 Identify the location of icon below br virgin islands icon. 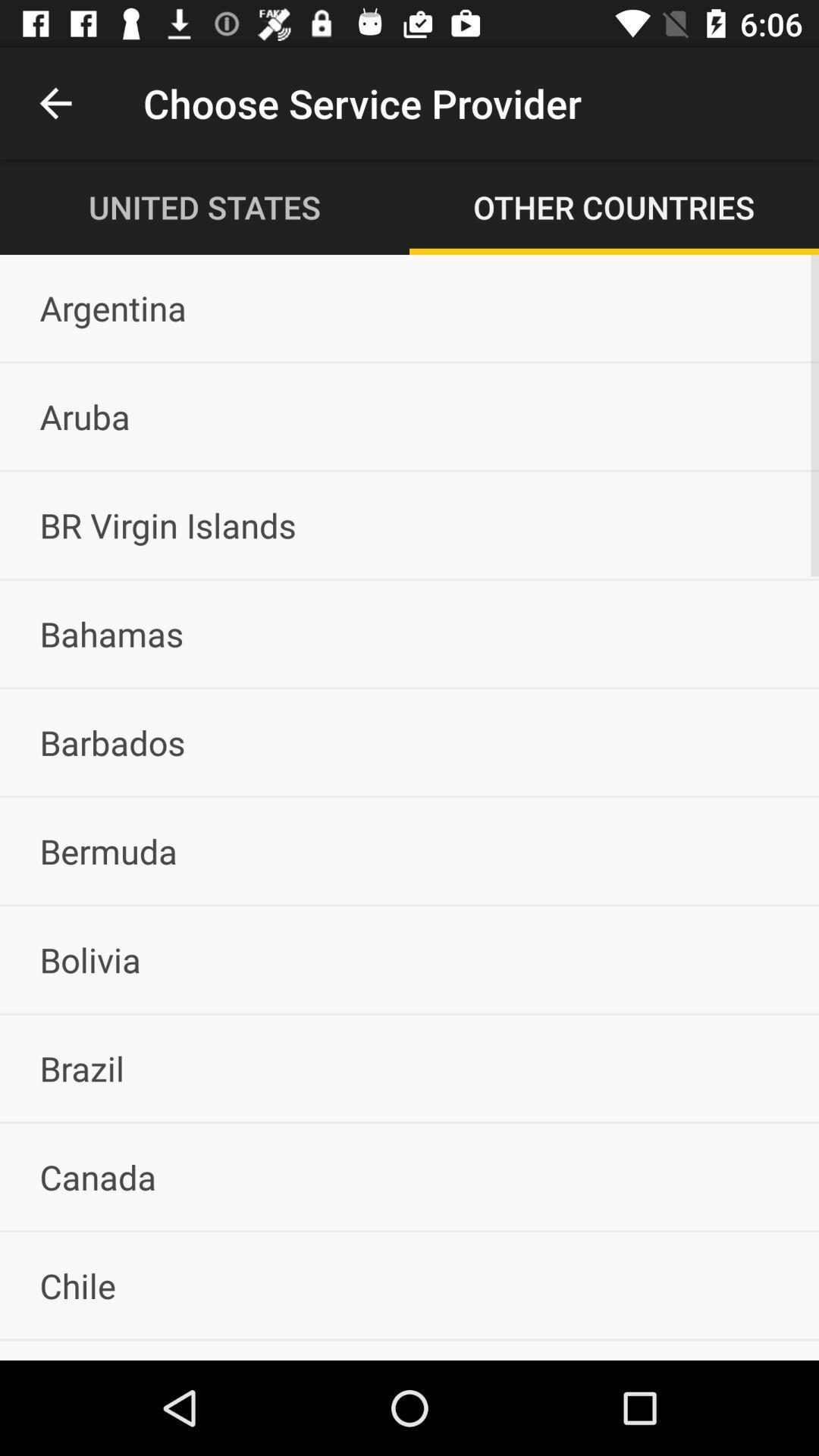
(409, 633).